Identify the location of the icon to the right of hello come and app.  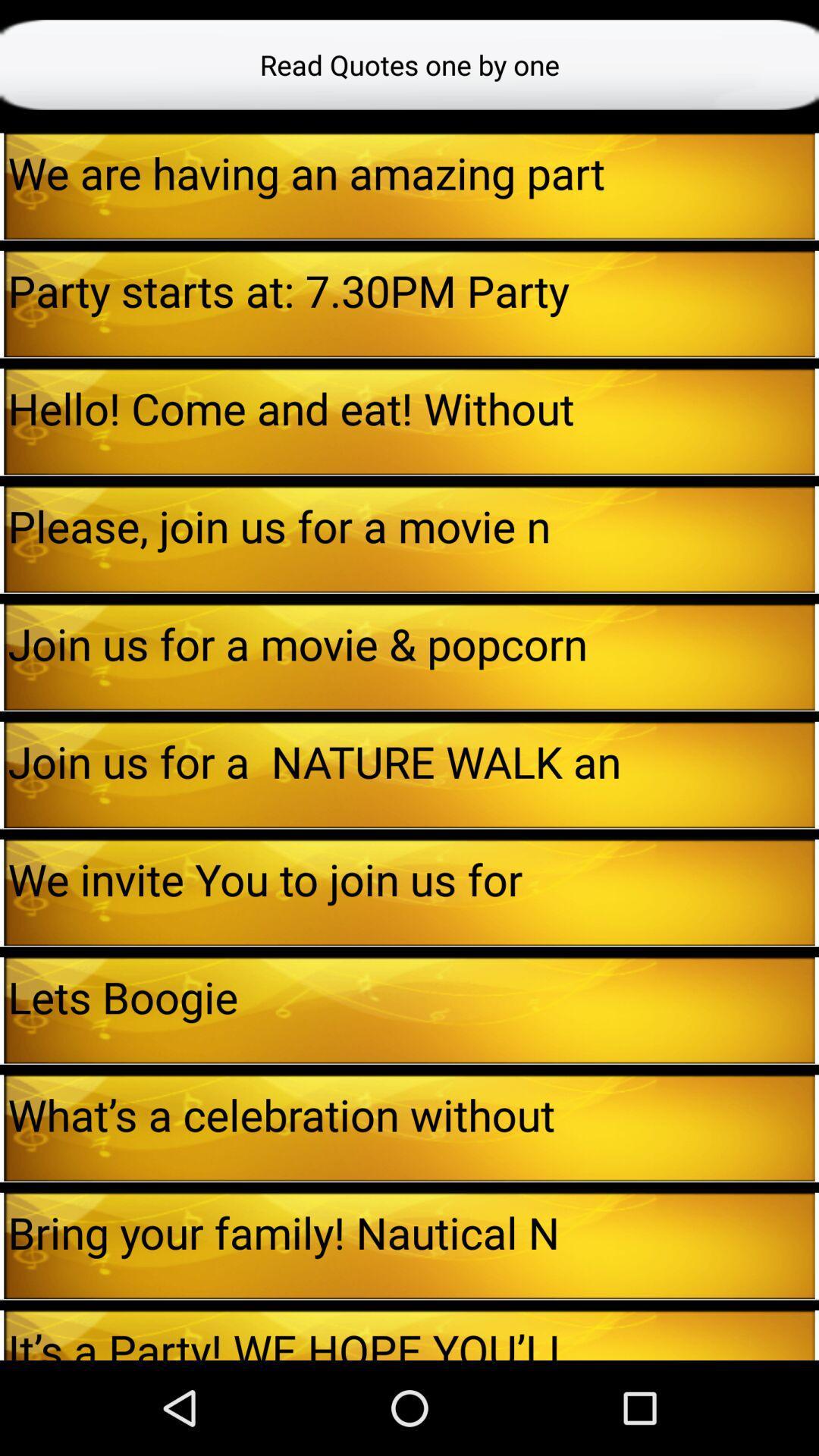
(816, 422).